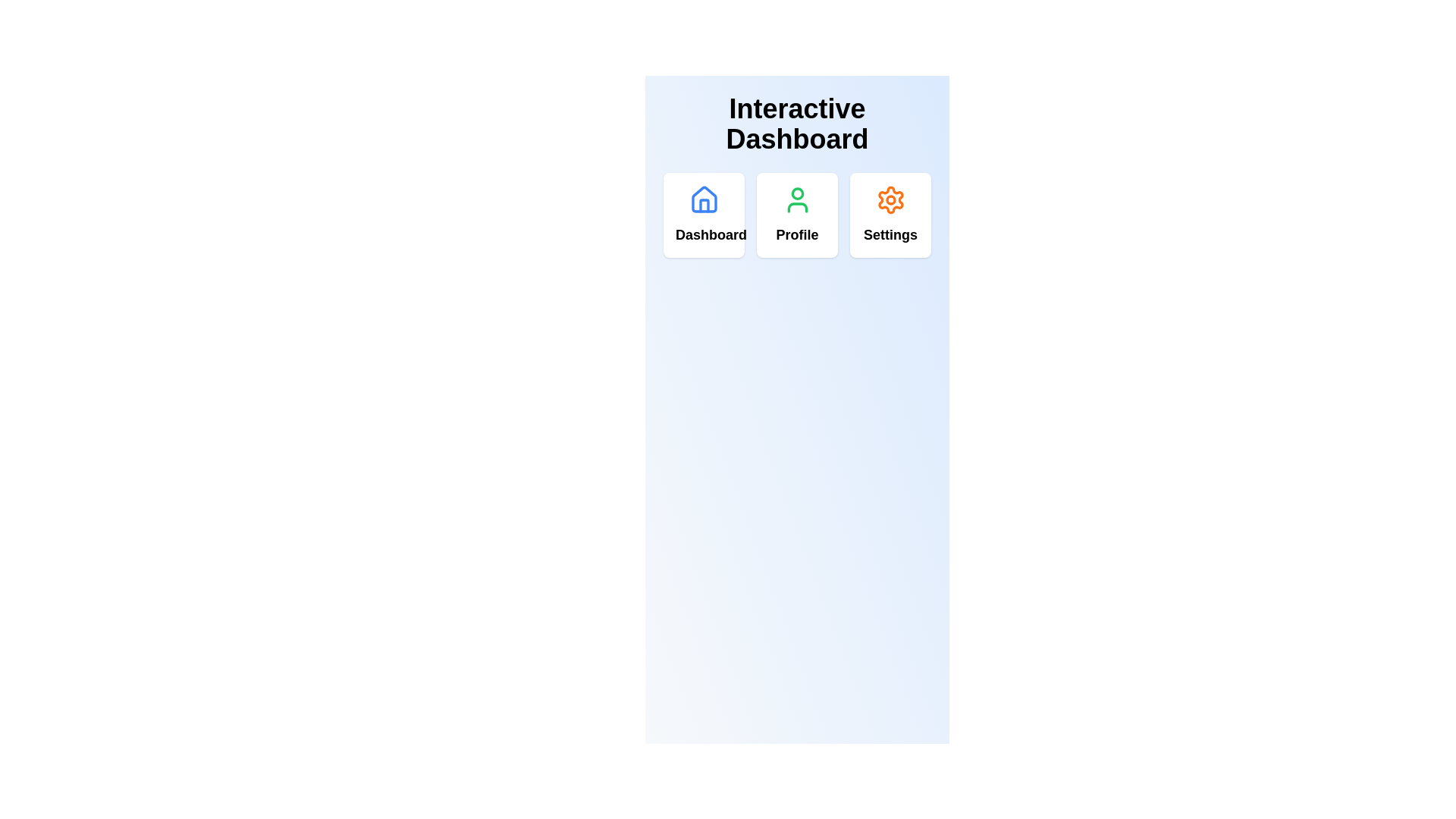 The width and height of the screenshot is (1456, 819). Describe the element at coordinates (890, 234) in the screenshot. I see `the text element displaying 'Settings', which is located below the gear-like orange icon within the rightmost card of three cards` at that location.